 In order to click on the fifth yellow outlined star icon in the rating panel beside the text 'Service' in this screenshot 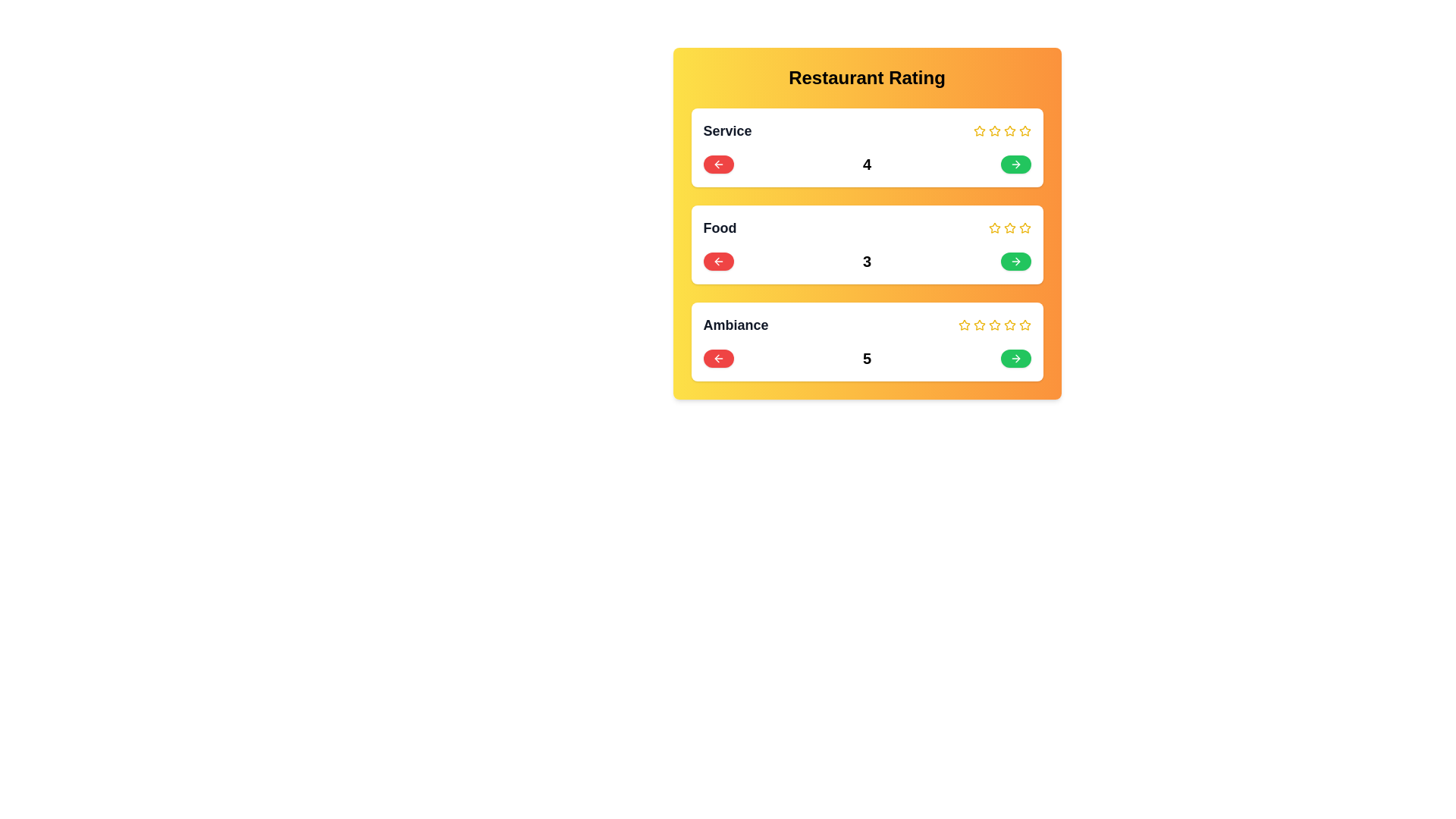, I will do `click(1025, 130)`.